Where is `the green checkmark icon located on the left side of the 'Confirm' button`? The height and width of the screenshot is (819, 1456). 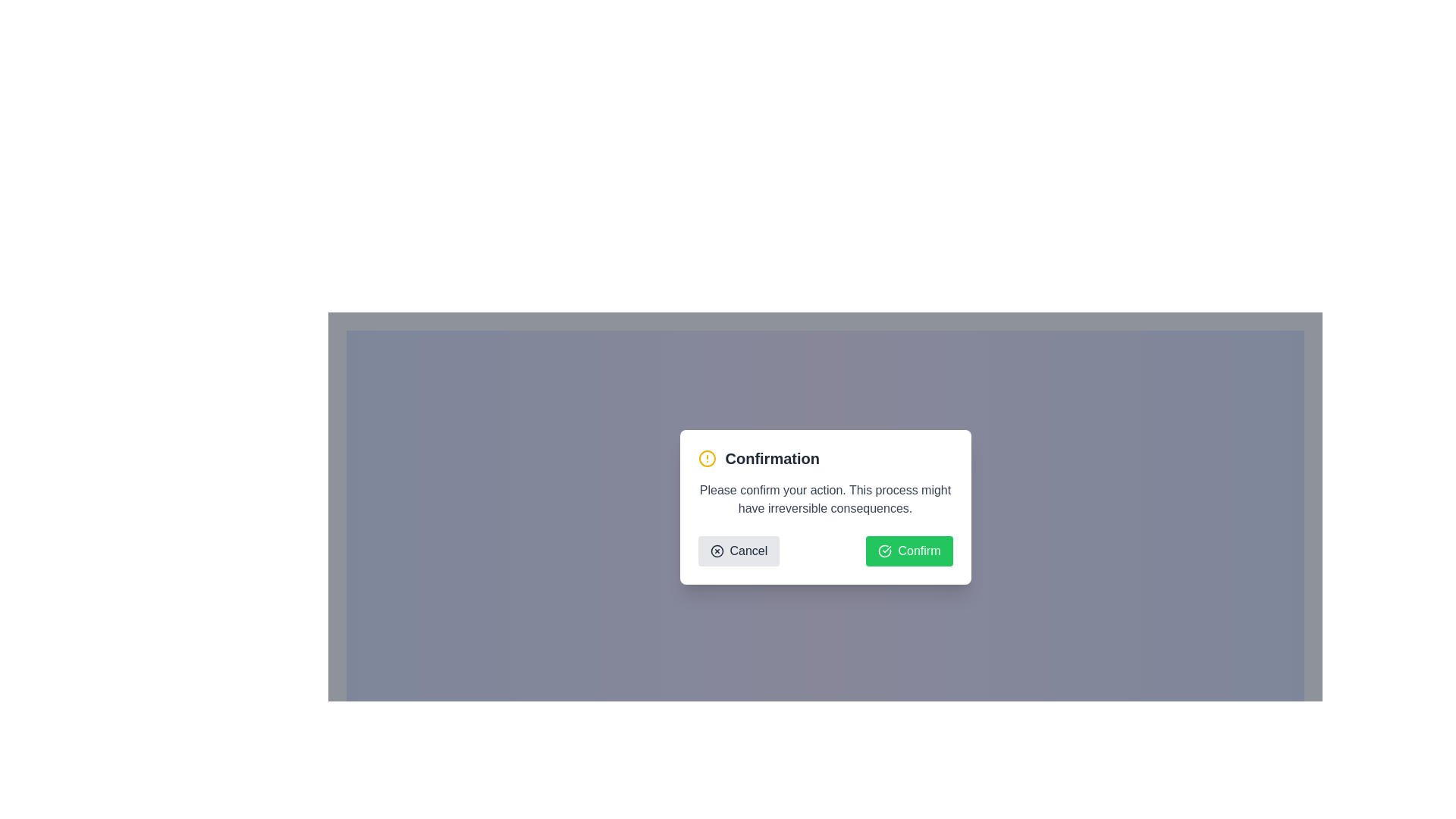
the green checkmark icon located on the left side of the 'Confirm' button is located at coordinates (885, 551).